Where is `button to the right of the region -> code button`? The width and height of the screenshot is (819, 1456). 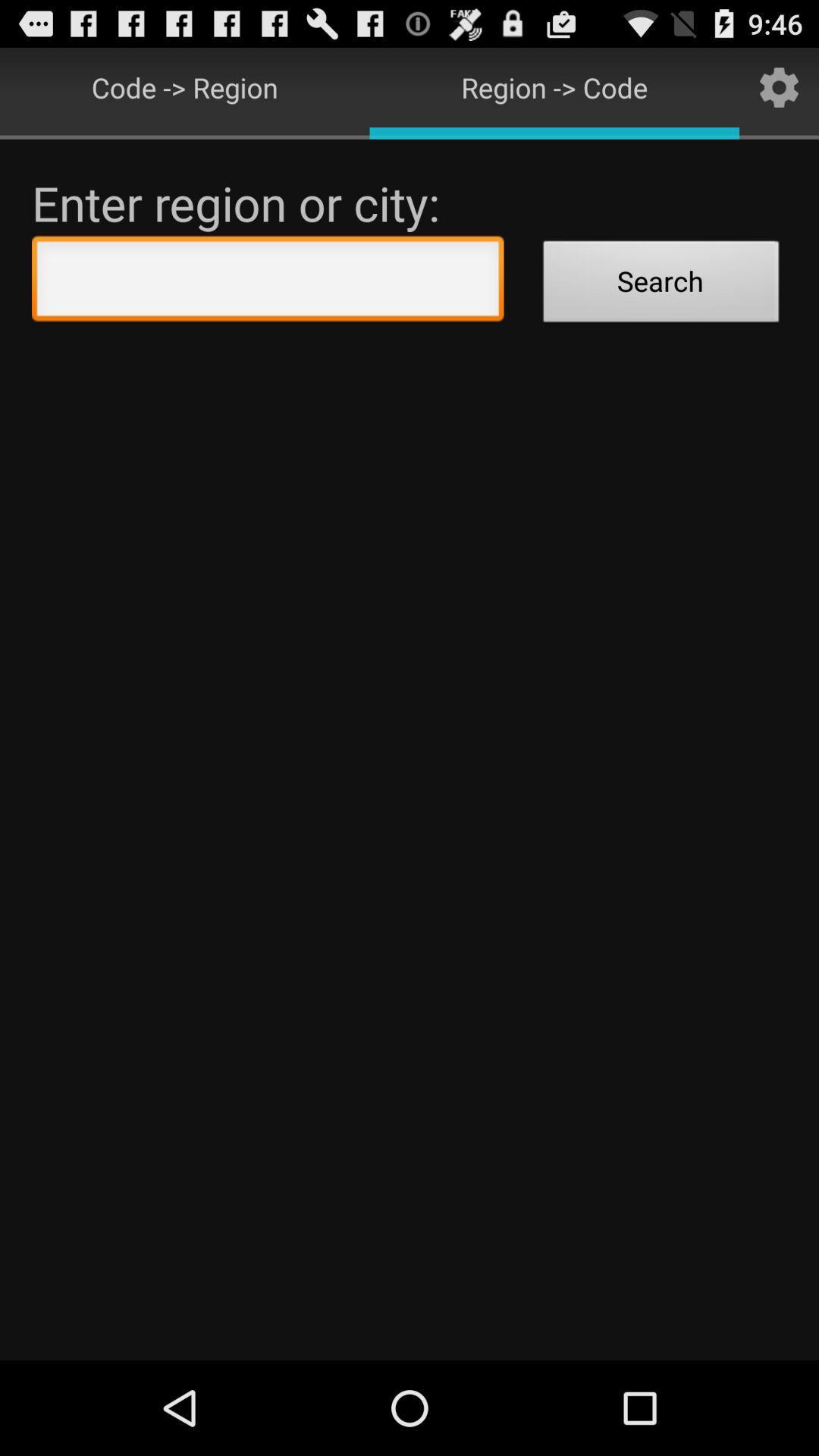 button to the right of the region -> code button is located at coordinates (779, 86).